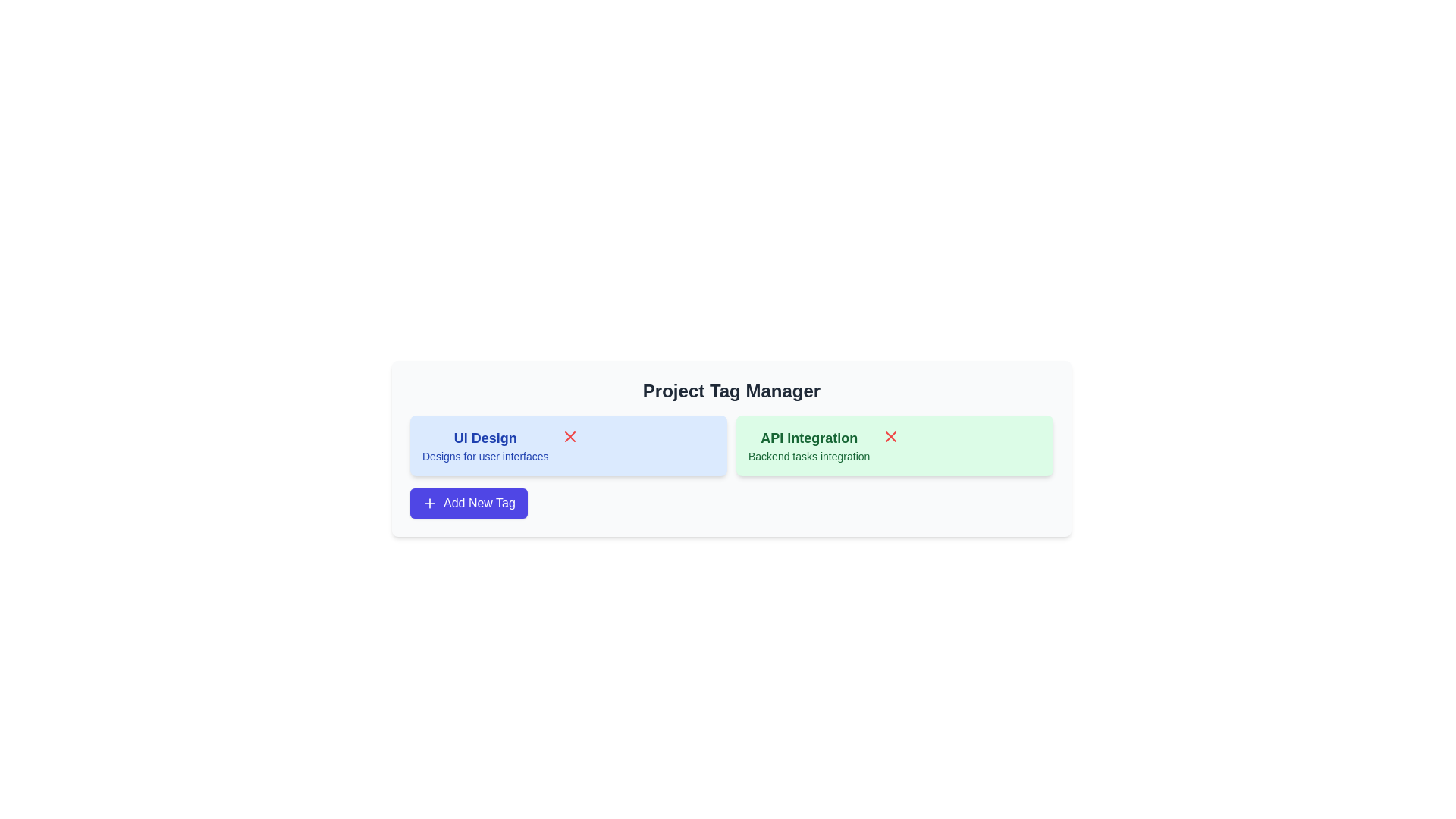 This screenshot has height=819, width=1456. I want to click on the delete button located in the top-right corner of the 'API Integration' card to observe hover effects, so click(891, 436).